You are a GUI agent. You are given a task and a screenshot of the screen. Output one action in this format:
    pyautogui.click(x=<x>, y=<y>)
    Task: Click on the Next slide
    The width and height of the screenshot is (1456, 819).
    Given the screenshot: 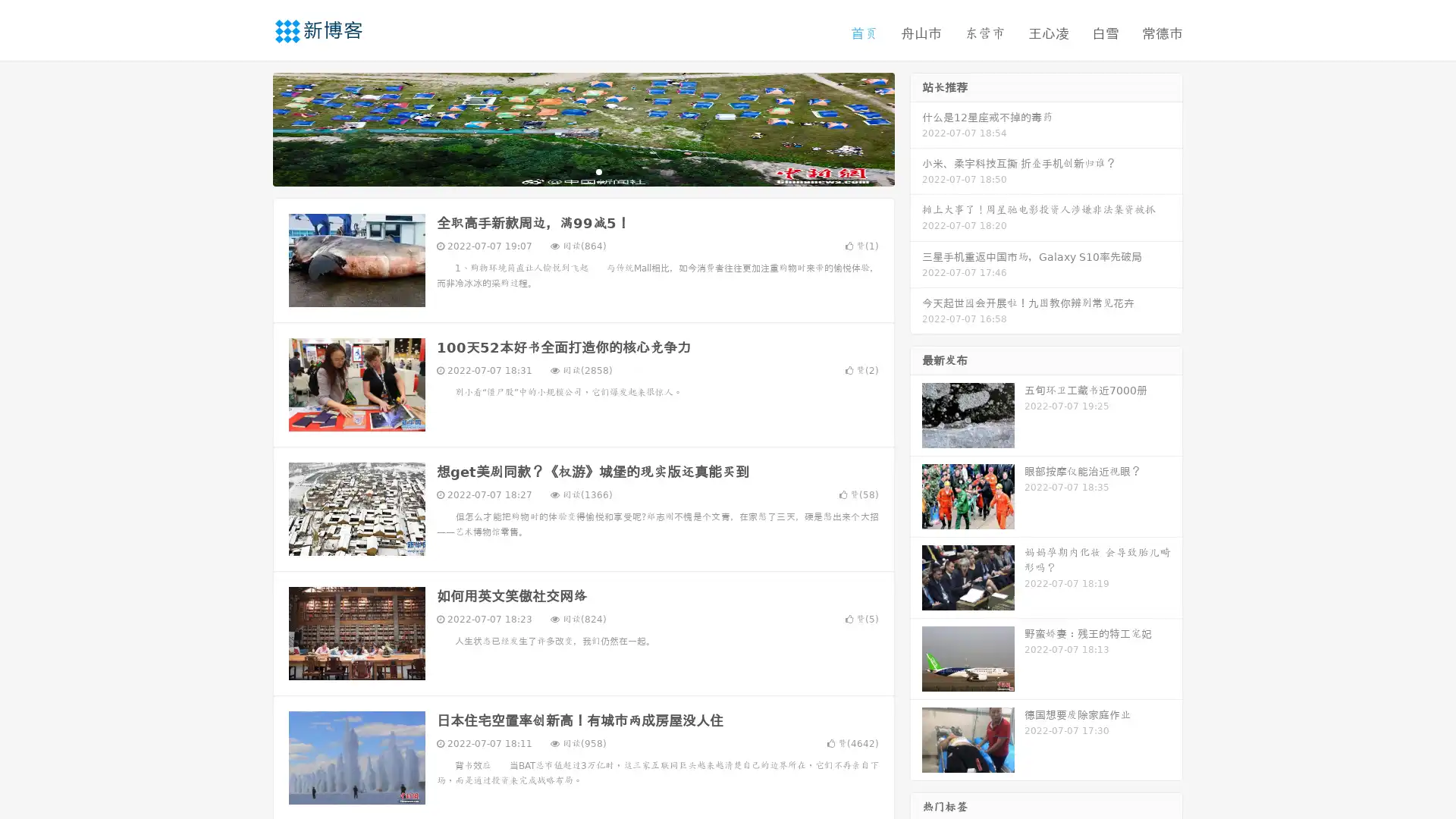 What is the action you would take?
    pyautogui.click(x=916, y=127)
    